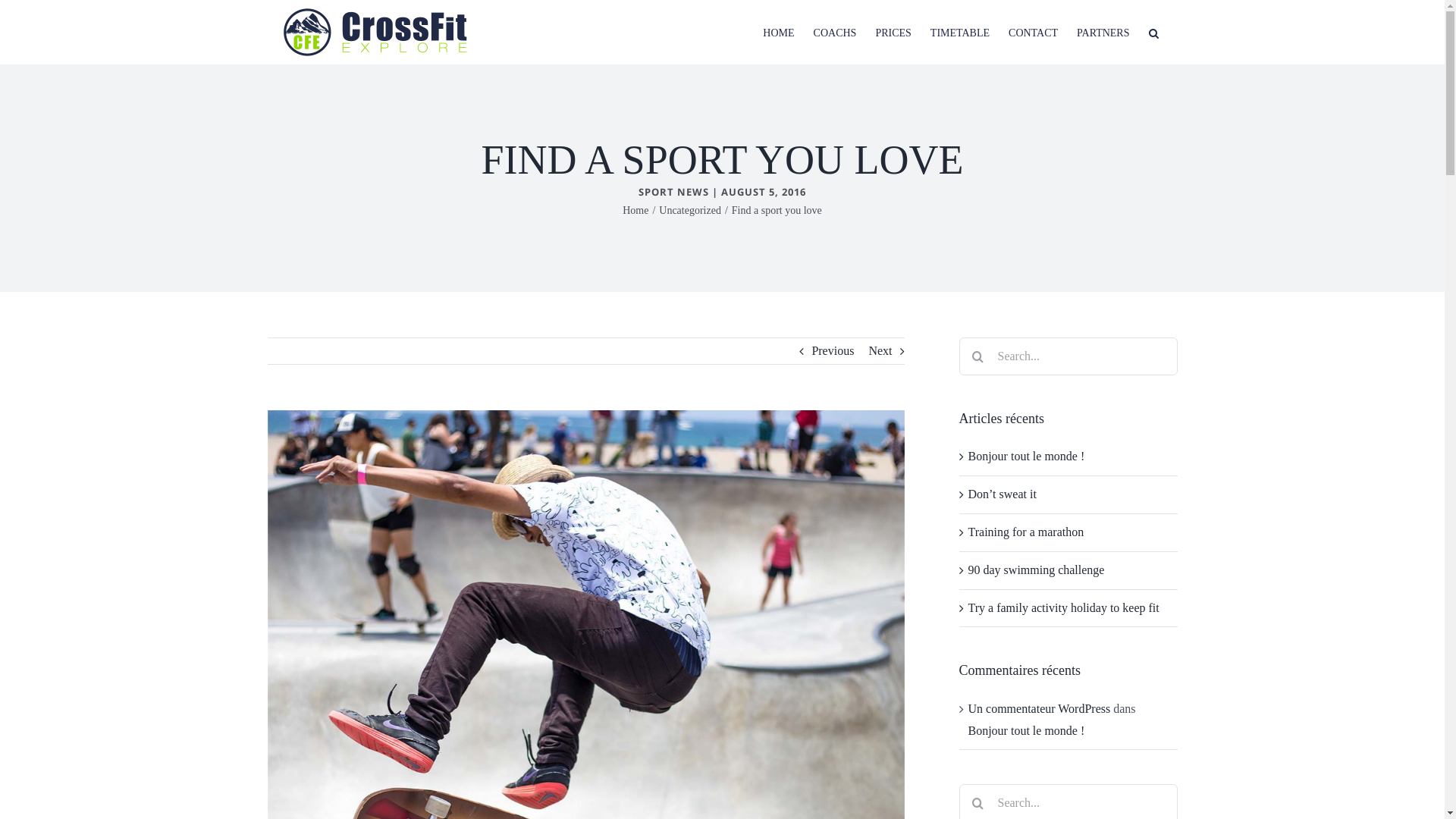 The width and height of the screenshot is (1456, 819). I want to click on 'Try a family activity holiday to keep fit', so click(1062, 607).